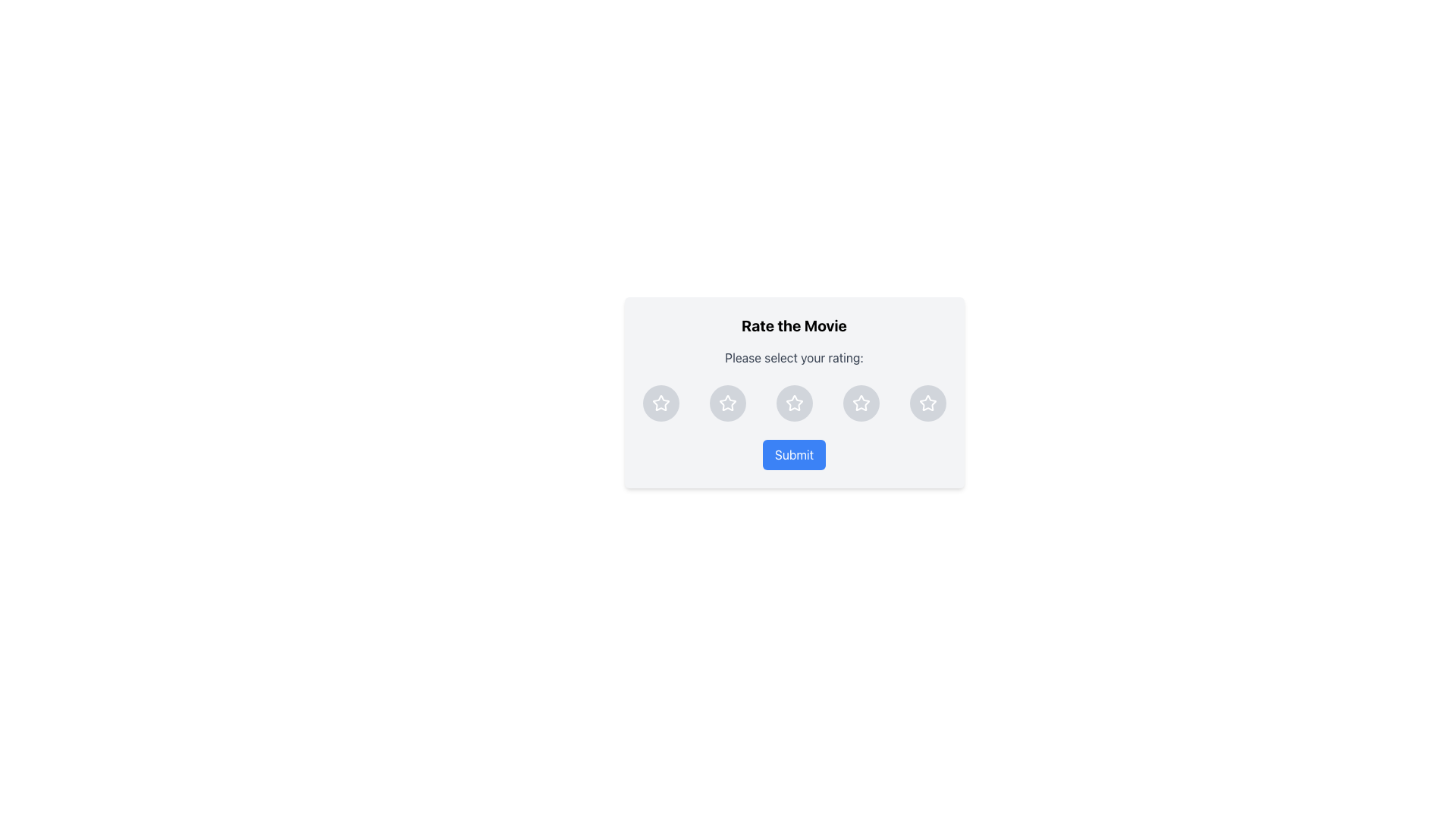 This screenshot has width=1456, height=819. What do you see at coordinates (793, 403) in the screenshot?
I see `the third rating button in the five-level rating system to trigger the scale effect` at bounding box center [793, 403].